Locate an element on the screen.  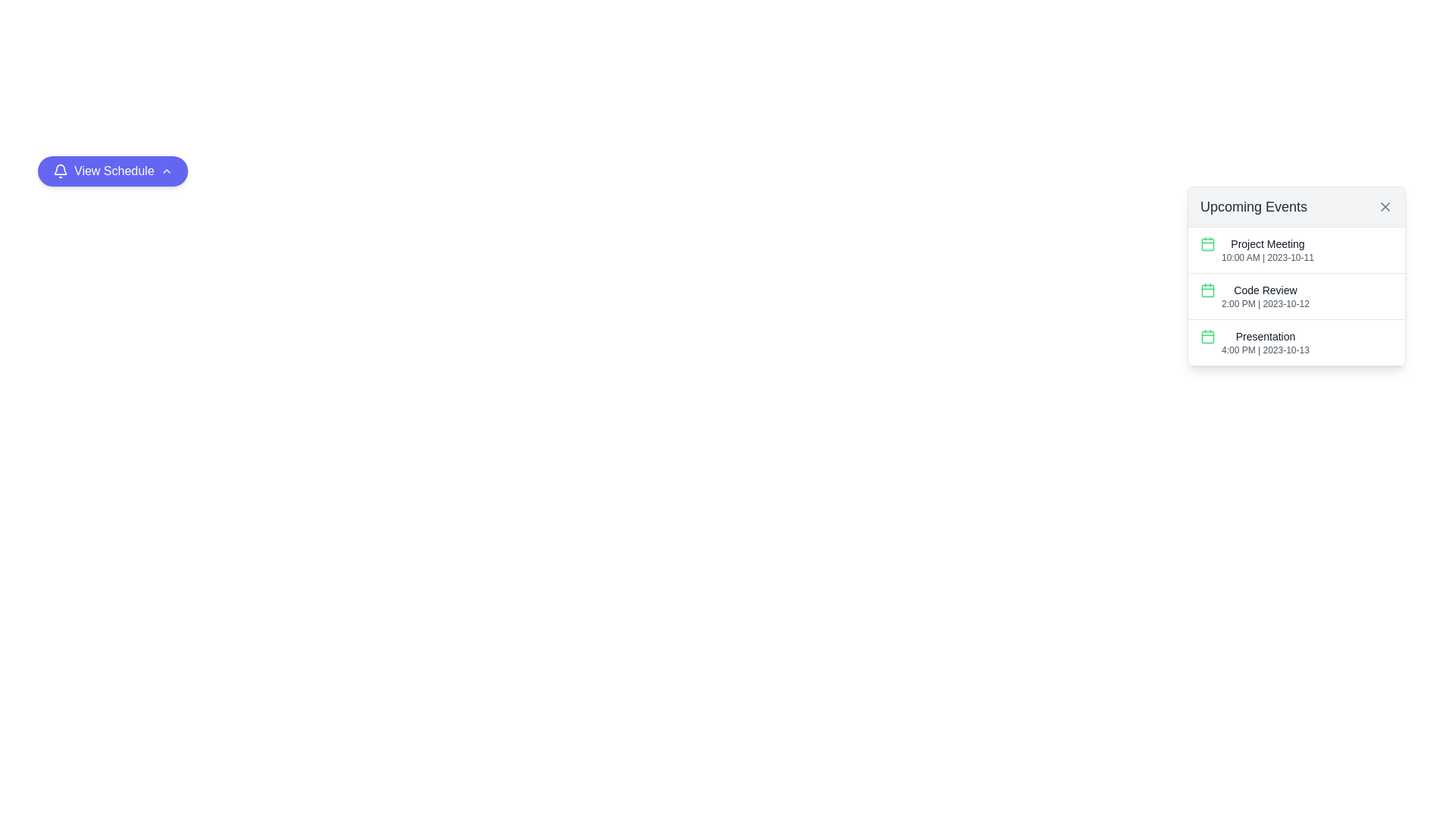
the notification bell icon, which is styled with a smooth outline and located to the left of the 'View Schedule' button is located at coordinates (61, 169).